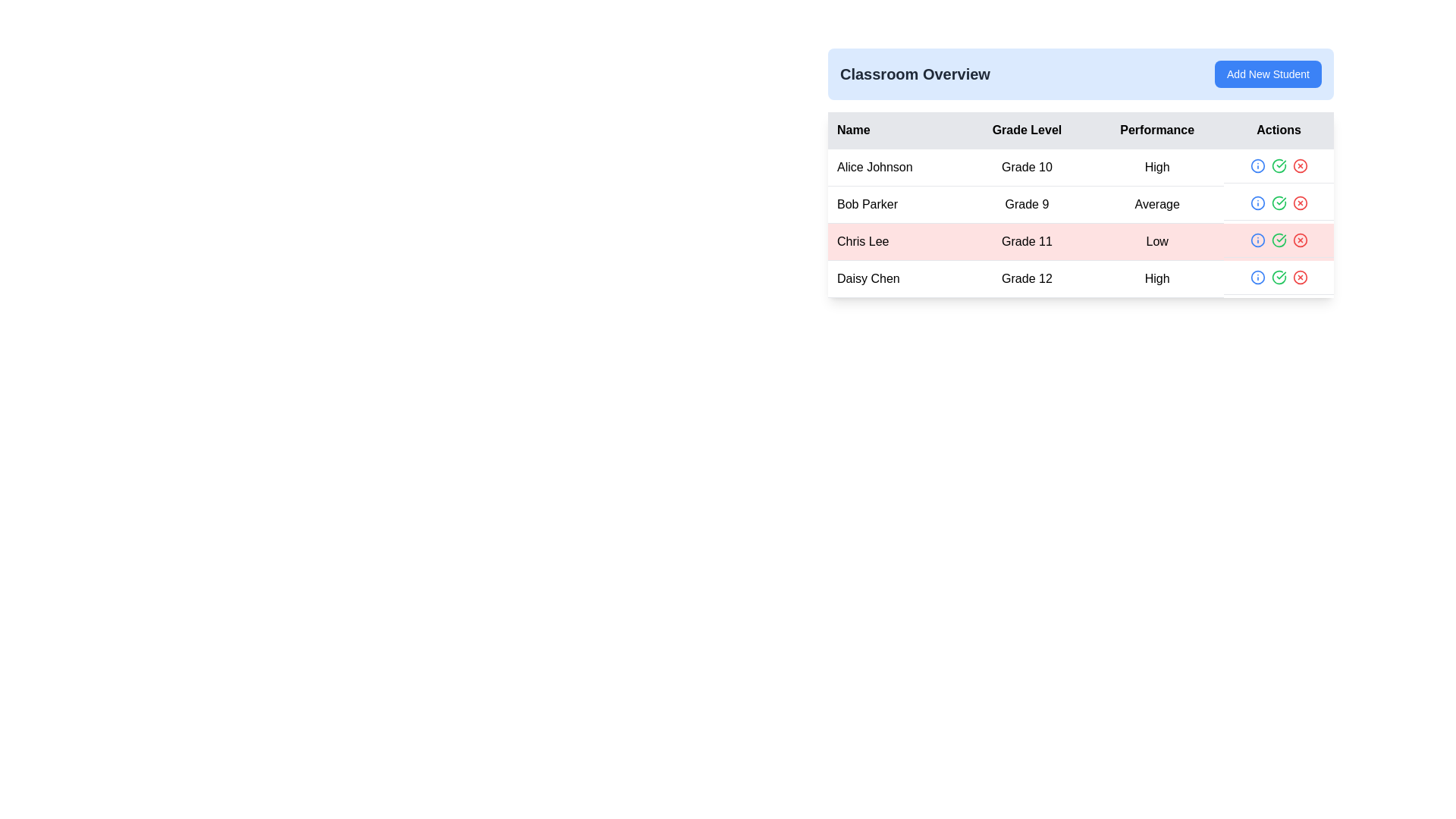 The height and width of the screenshot is (819, 1456). I want to click on the Icon button located on the far right of the last row in the 'Actions' column of the table to observe potential tooltips or styling changes, so click(1299, 277).